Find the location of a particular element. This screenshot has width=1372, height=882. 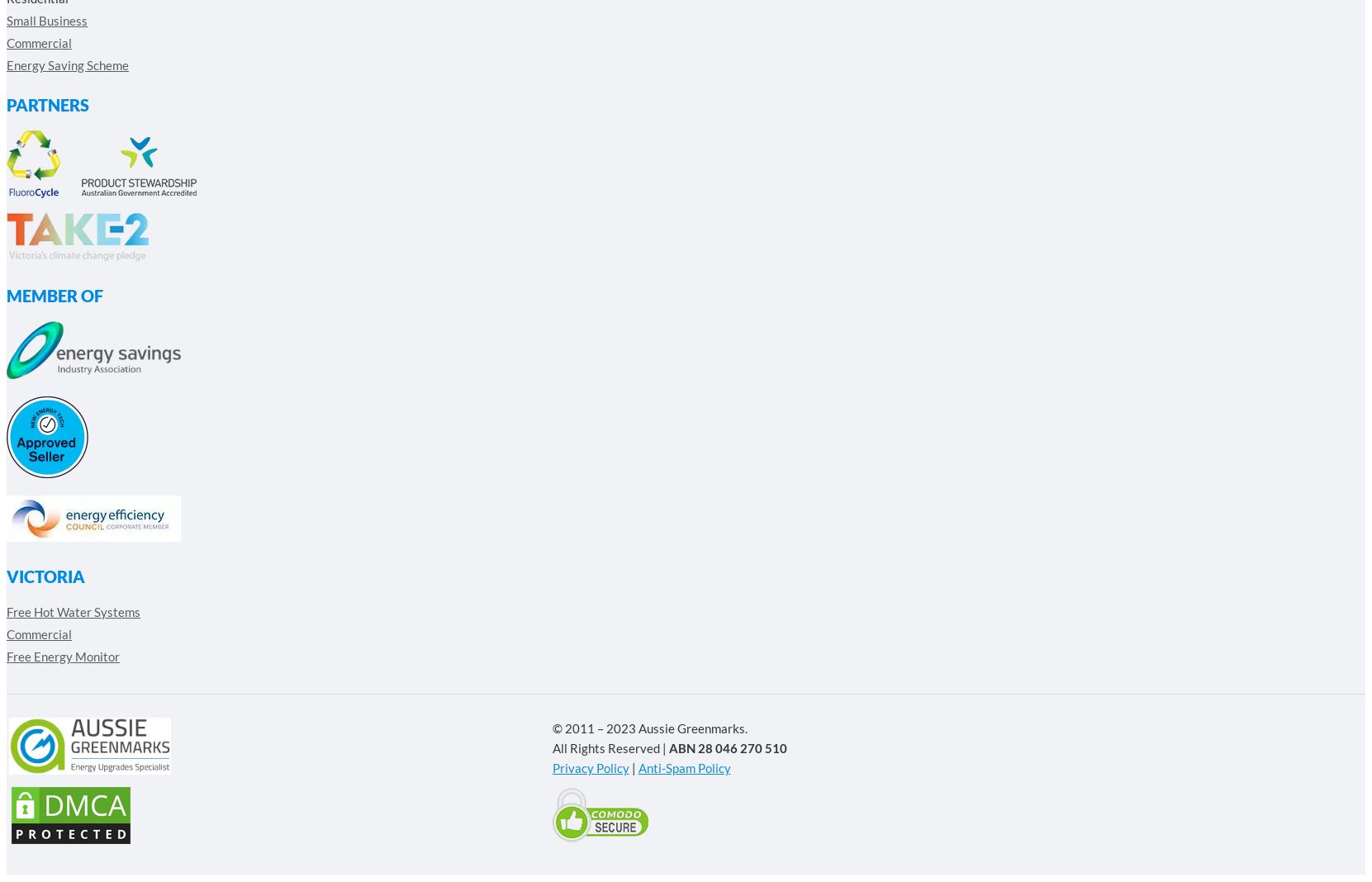

'Privacy Policy' is located at coordinates (590, 767).